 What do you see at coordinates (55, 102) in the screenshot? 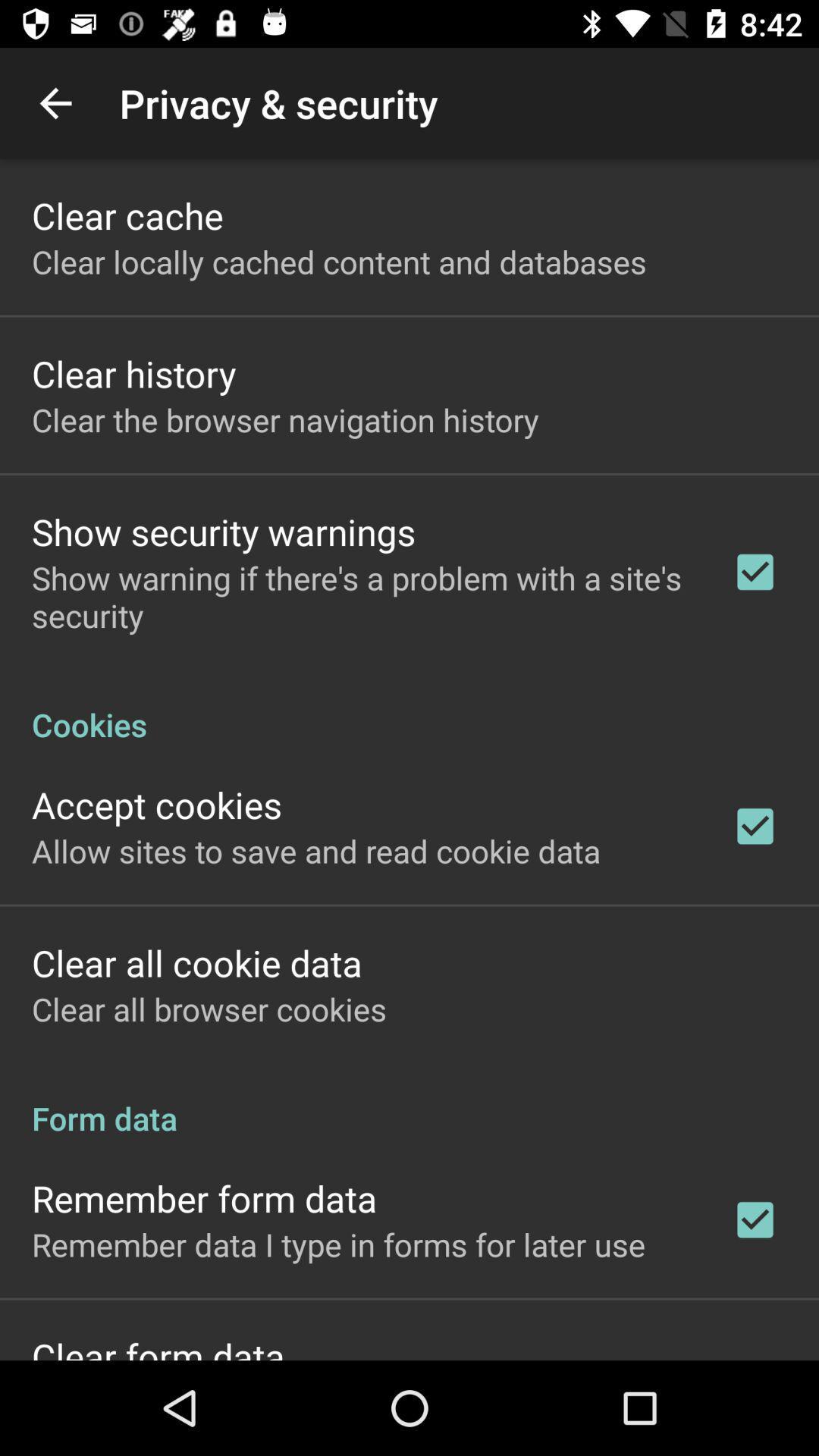
I see `the item above clear cache app` at bounding box center [55, 102].